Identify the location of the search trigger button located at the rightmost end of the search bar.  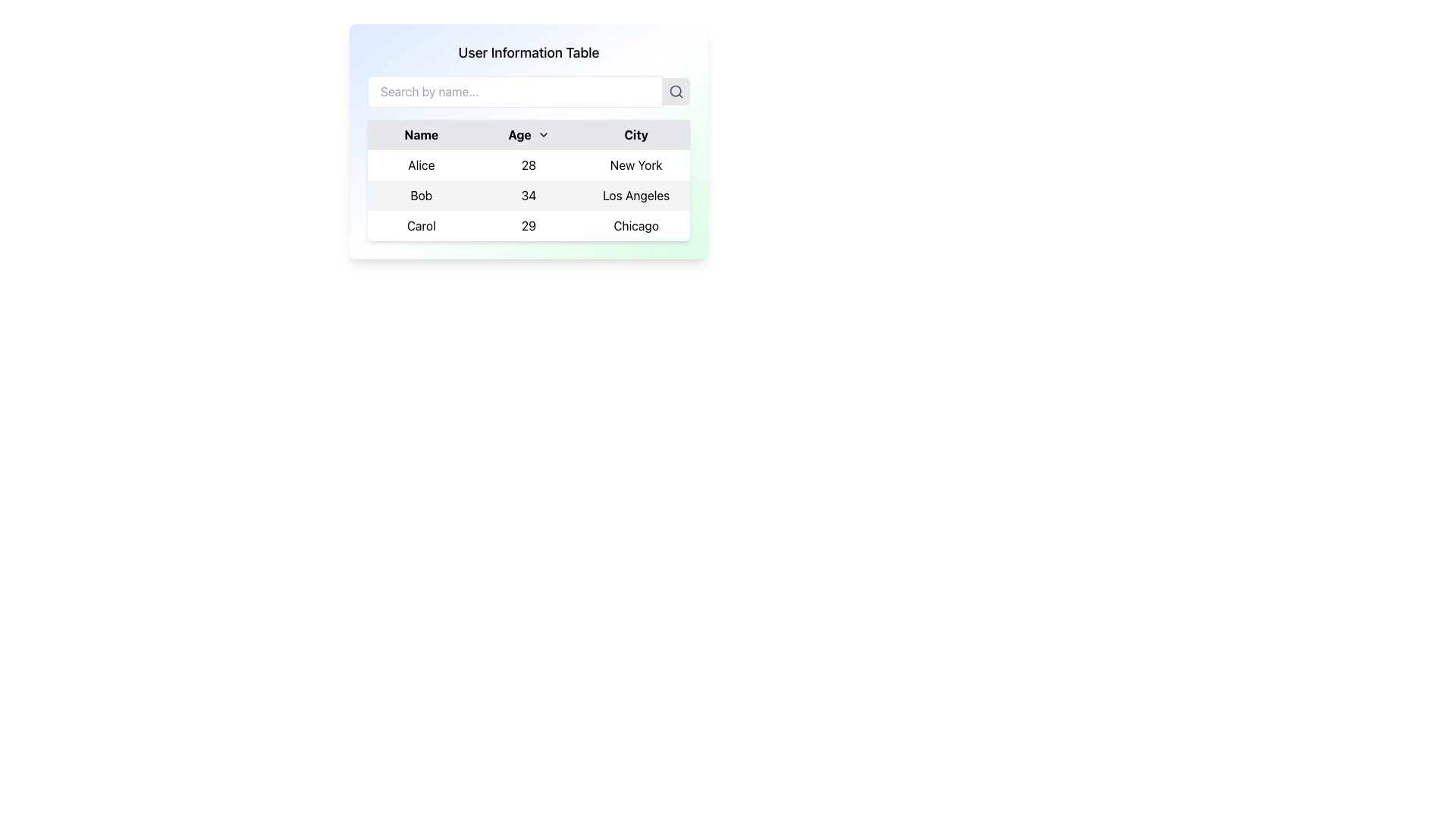
(676, 91).